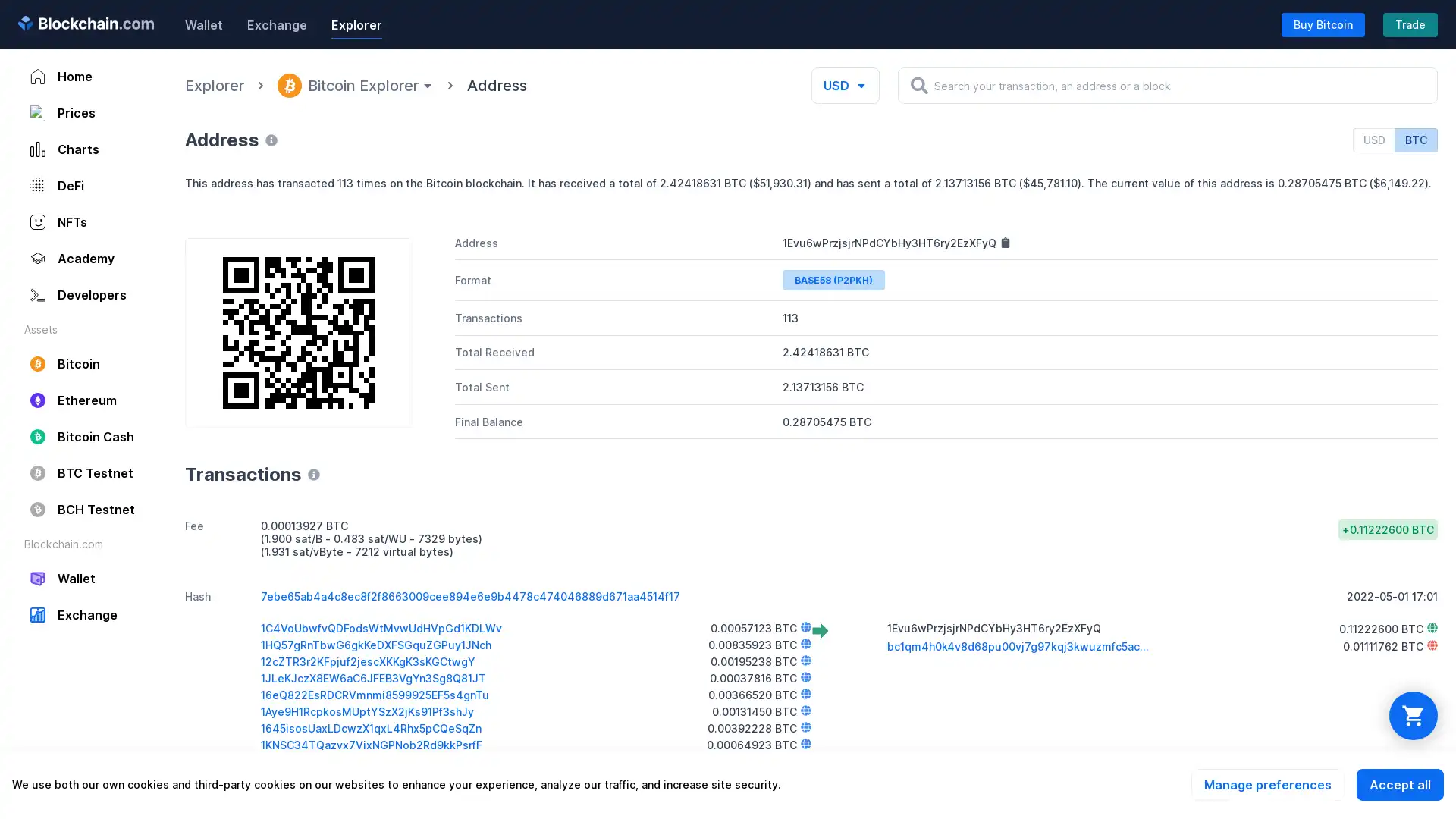  What do you see at coordinates (1399, 784) in the screenshot?
I see `Accept all` at bounding box center [1399, 784].